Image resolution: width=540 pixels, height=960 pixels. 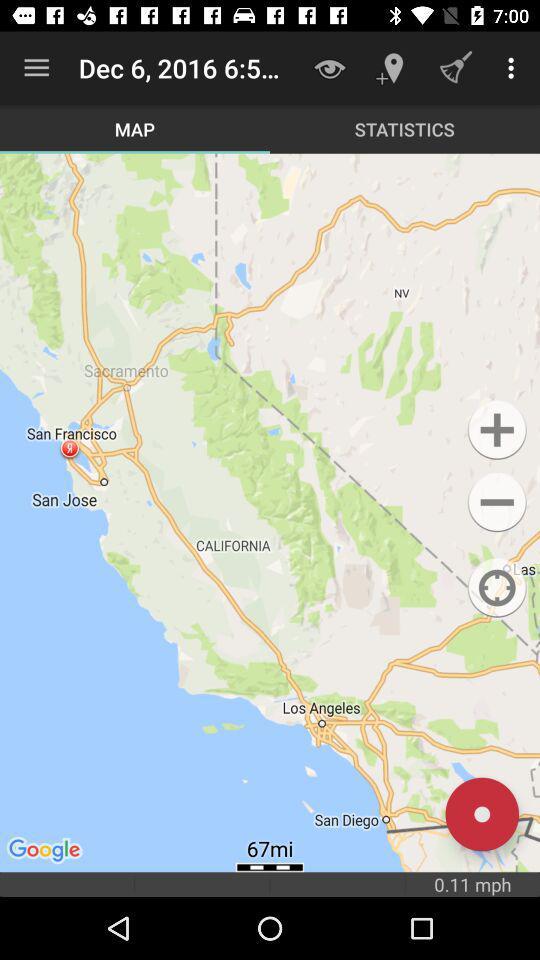 I want to click on the settings option, so click(x=496, y=501).